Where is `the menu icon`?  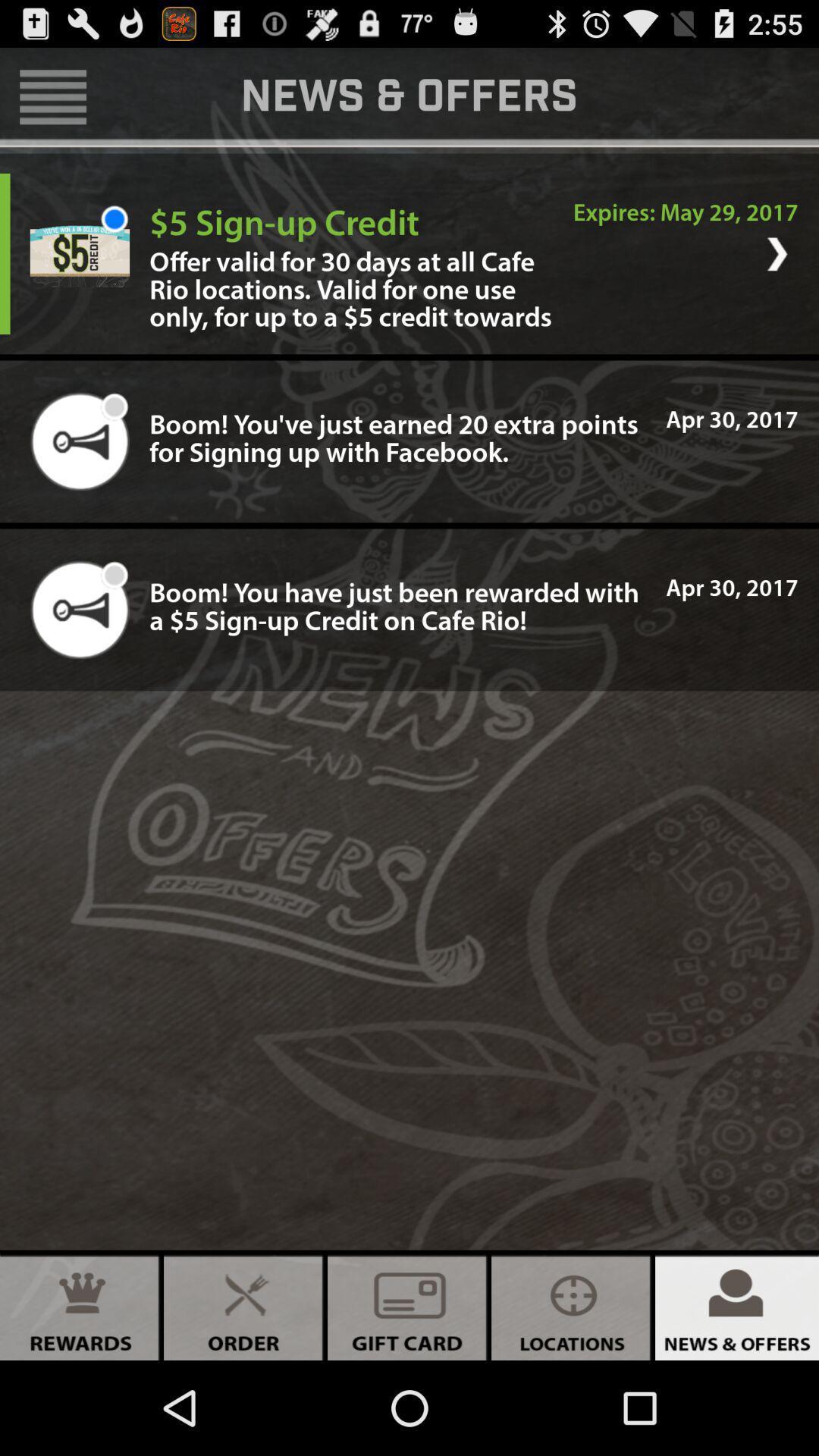 the menu icon is located at coordinates (52, 103).